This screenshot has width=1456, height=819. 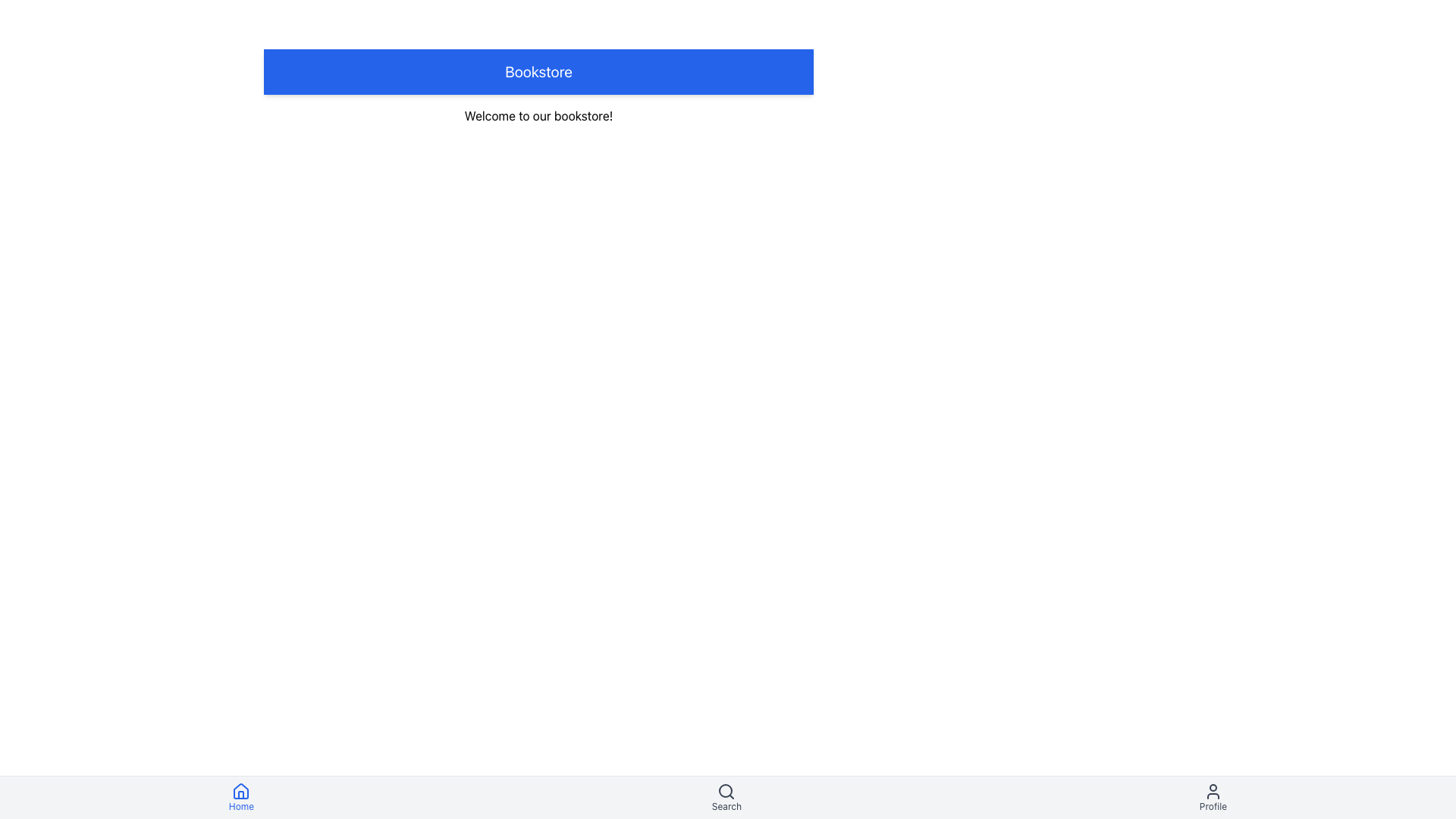 What do you see at coordinates (240, 791) in the screenshot?
I see `the house icon in the bottom navigation bar` at bounding box center [240, 791].